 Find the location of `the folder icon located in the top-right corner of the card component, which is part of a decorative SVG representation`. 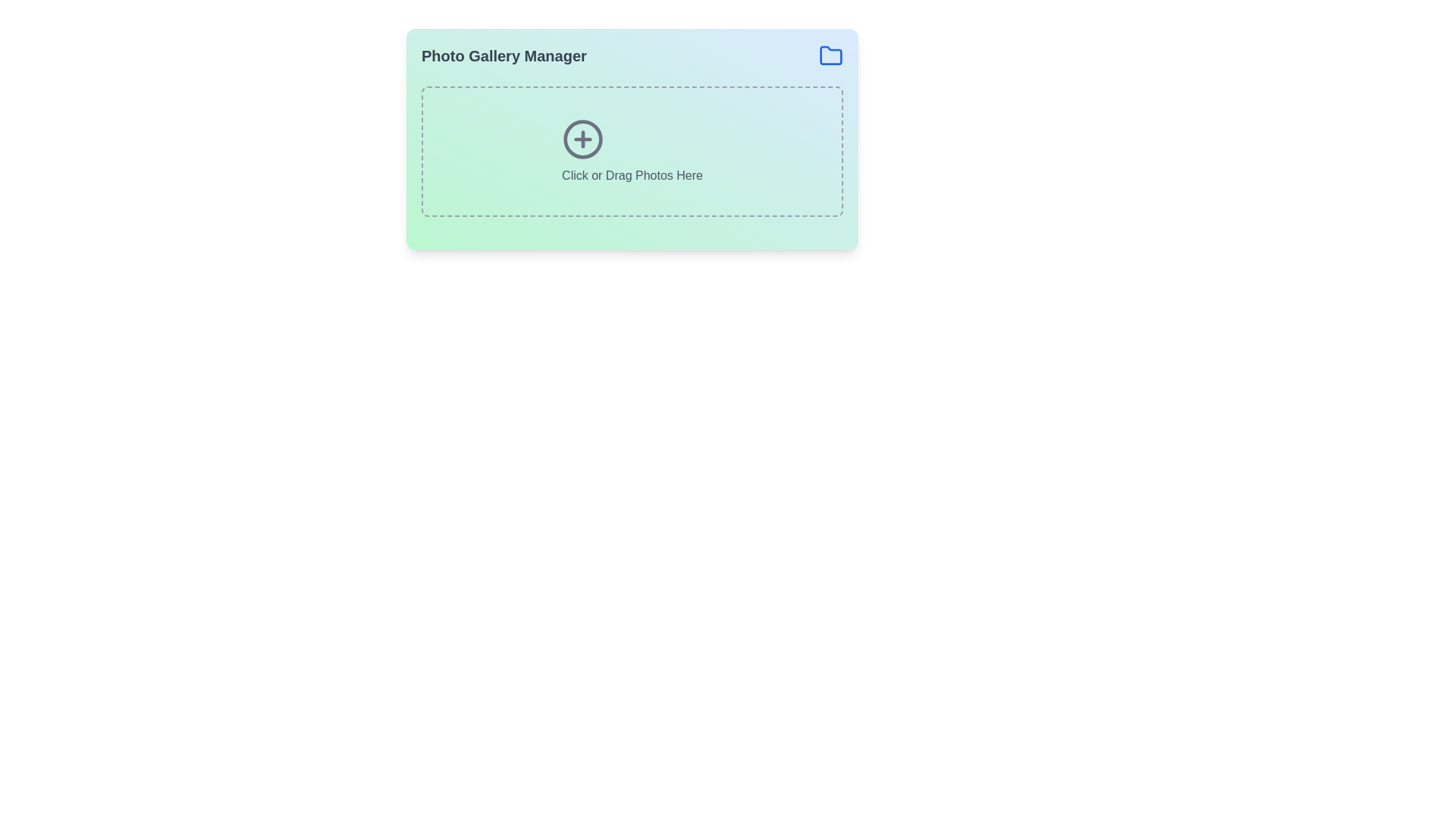

the folder icon located in the top-right corner of the card component, which is part of a decorative SVG representation is located at coordinates (830, 55).